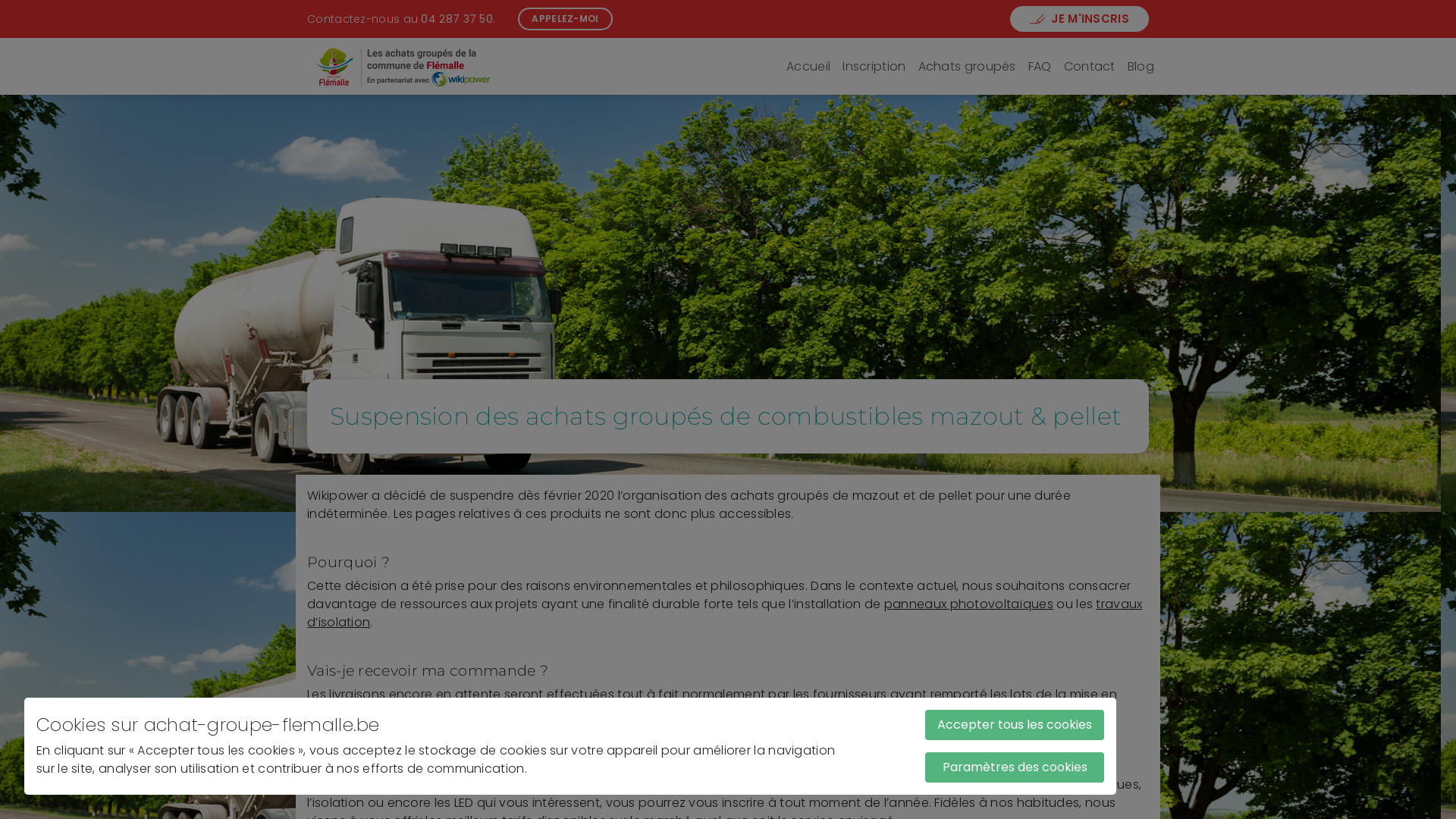  Describe the element at coordinates (874, 66) in the screenshot. I see `'Inscription'` at that location.